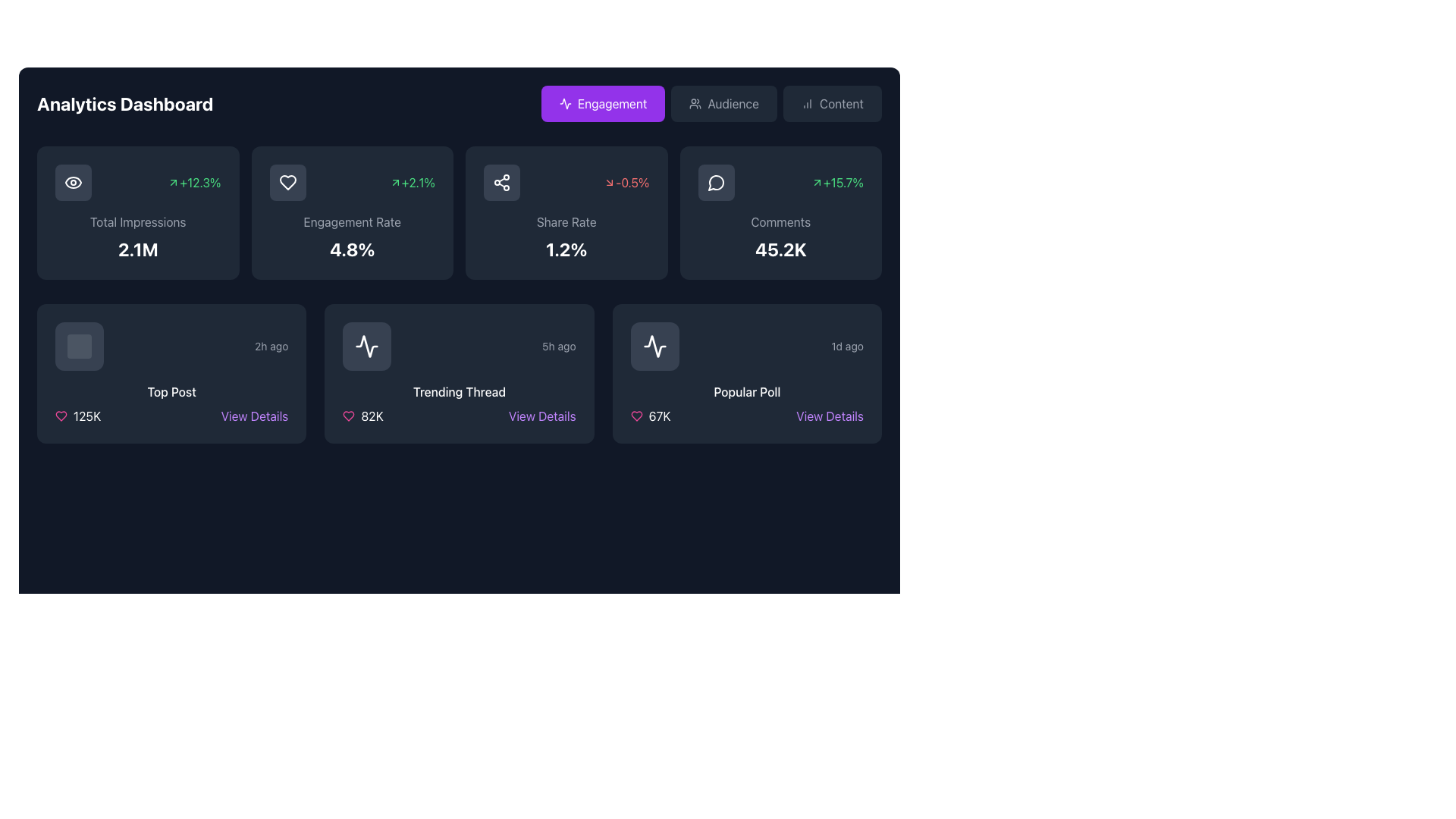 The width and height of the screenshot is (1456, 819). I want to click on the Icon Button representing an activity or polling-related feature located at the bottom-right section of the Analytics Dashboard, within the 'Popular Poll' card, so click(654, 346).